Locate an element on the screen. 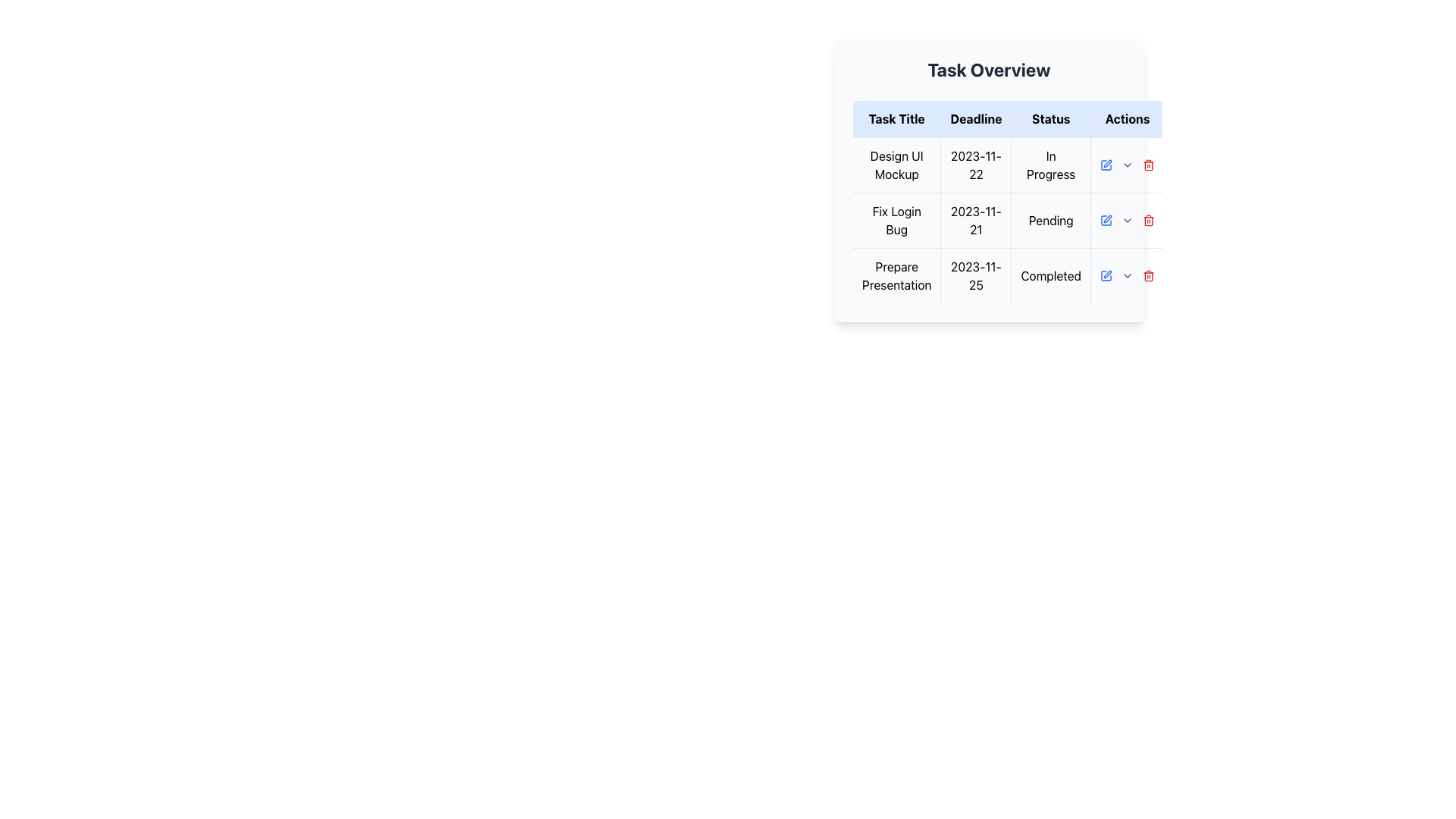  properties of the table header cell labeled 'Task Title', which is the first item in the header row of the table is located at coordinates (896, 118).